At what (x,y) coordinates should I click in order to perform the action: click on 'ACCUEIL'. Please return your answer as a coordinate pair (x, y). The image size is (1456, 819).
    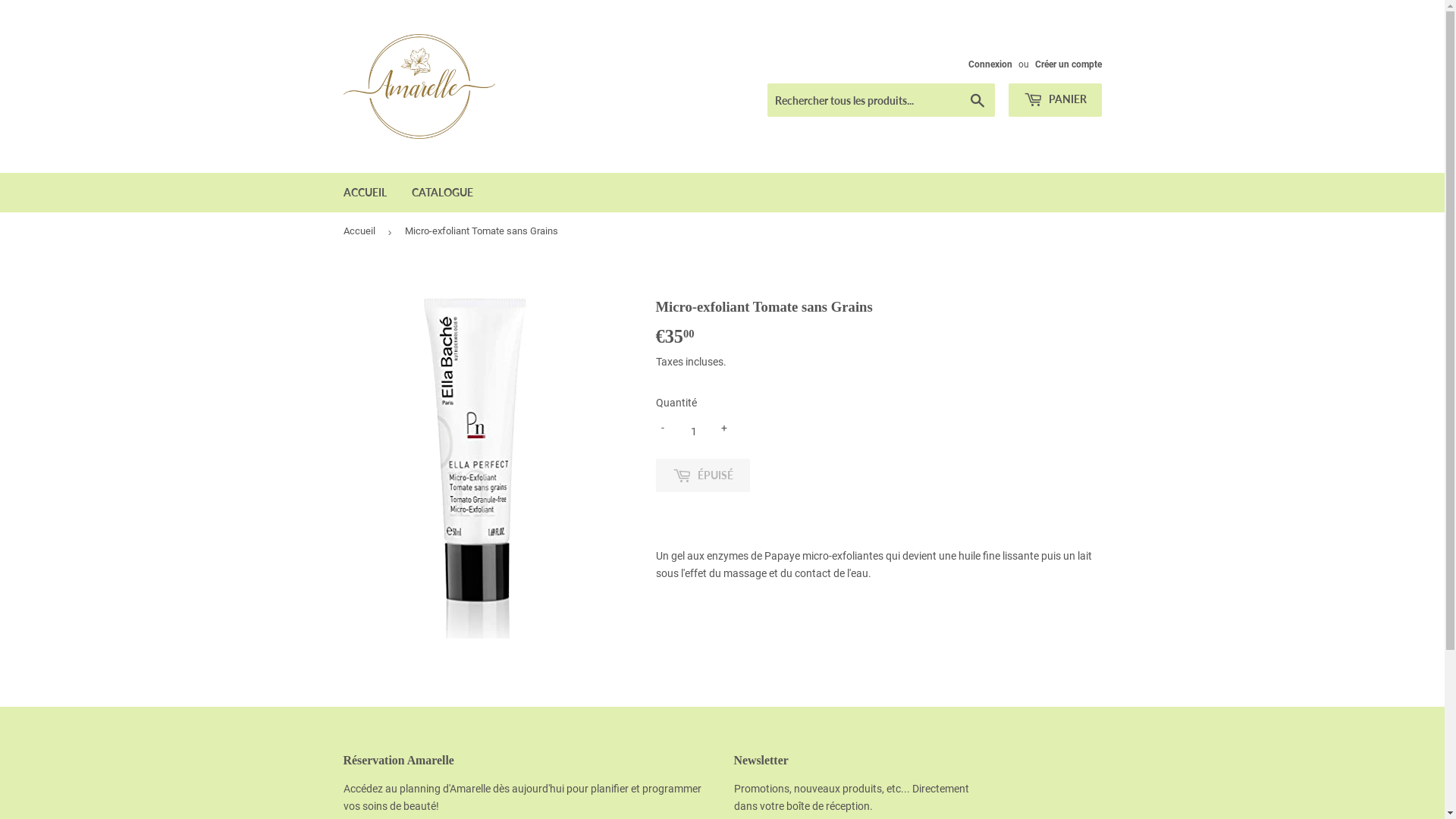
    Looking at the image, I should click on (331, 192).